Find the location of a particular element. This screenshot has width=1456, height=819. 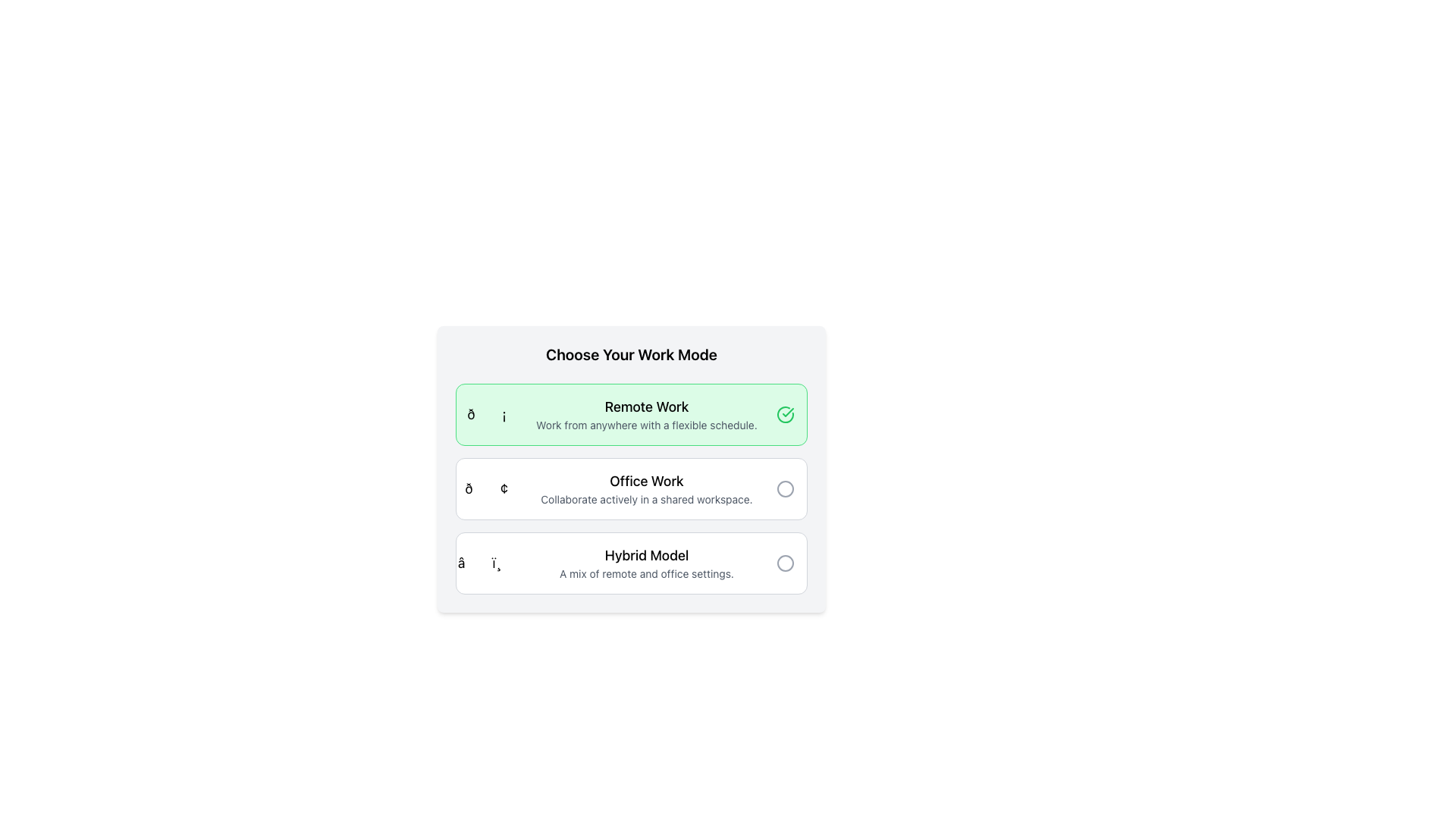

the radio button indicator for 'Office Work' is located at coordinates (786, 488).